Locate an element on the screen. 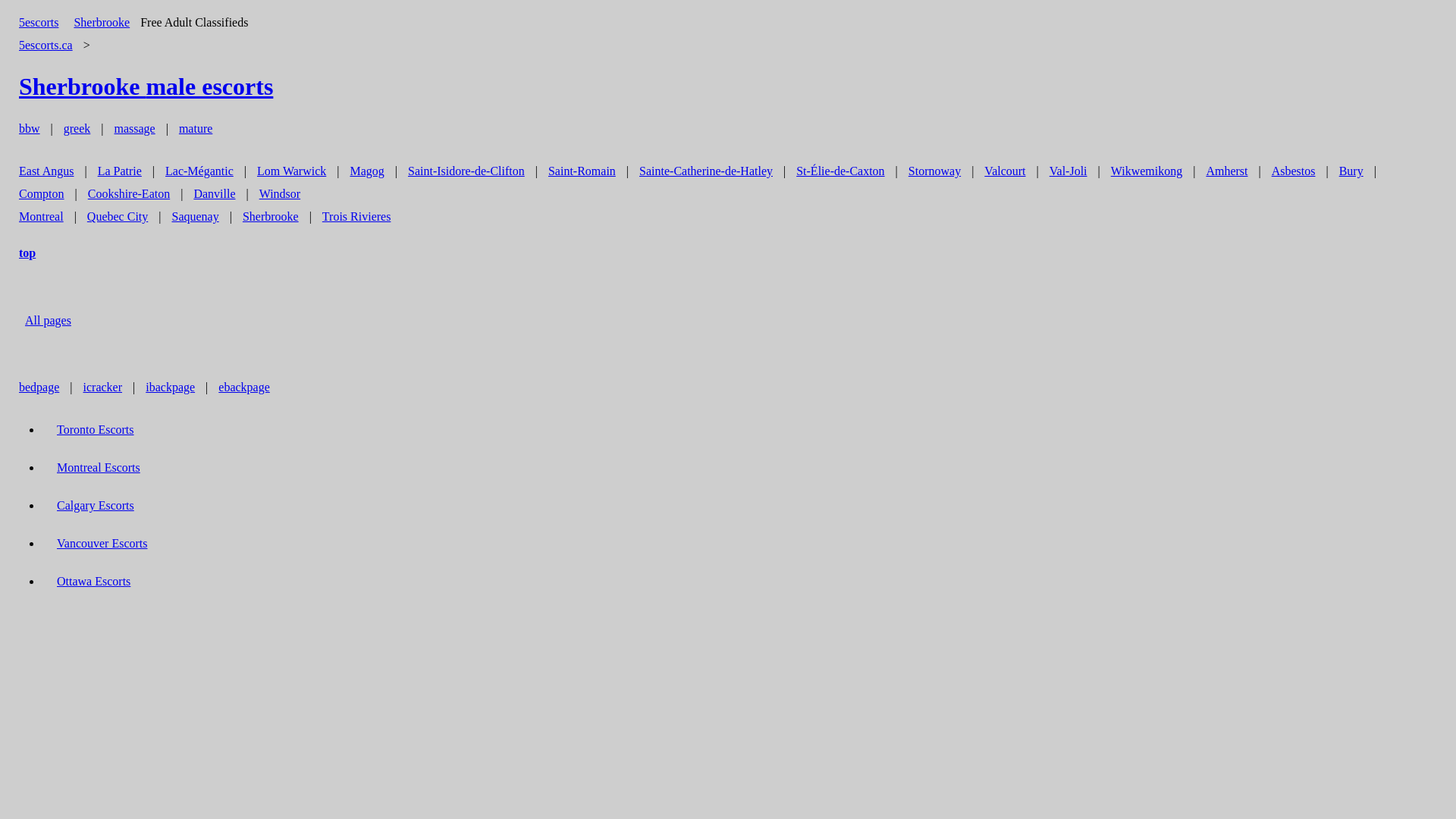 The height and width of the screenshot is (819, 1456). 'mature' is located at coordinates (195, 127).